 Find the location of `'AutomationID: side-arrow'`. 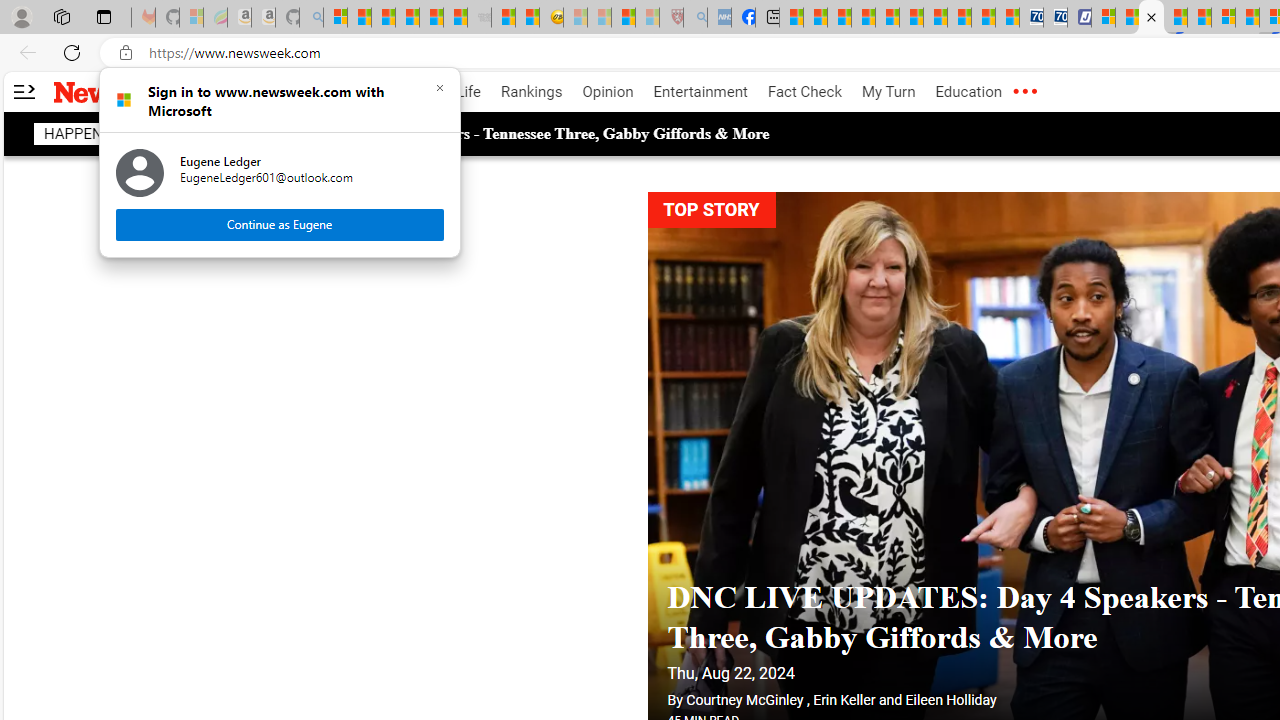

'AutomationID: side-arrow' is located at coordinates (23, 92).